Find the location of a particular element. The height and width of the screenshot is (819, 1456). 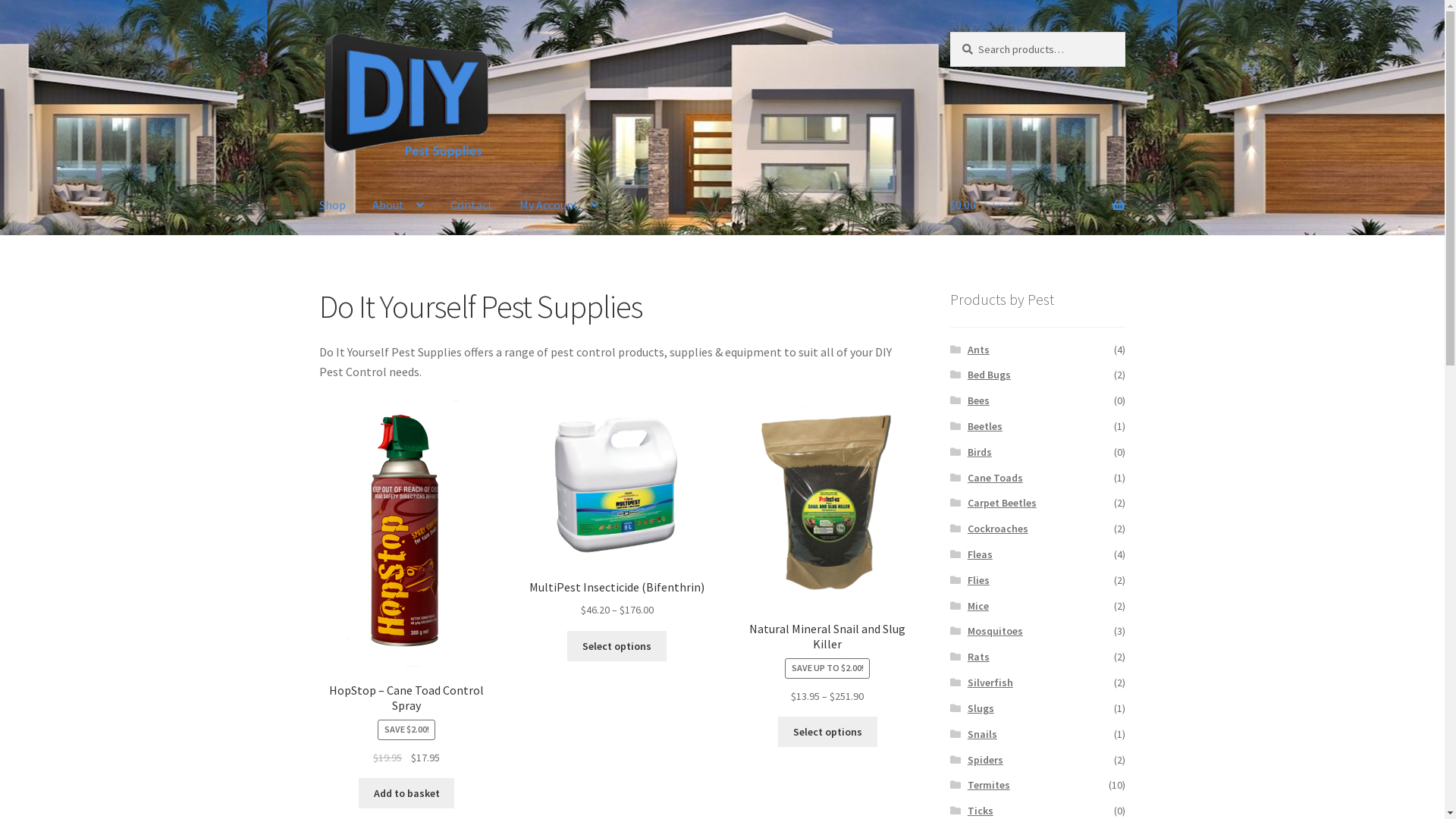

'Rats' is located at coordinates (967, 656).